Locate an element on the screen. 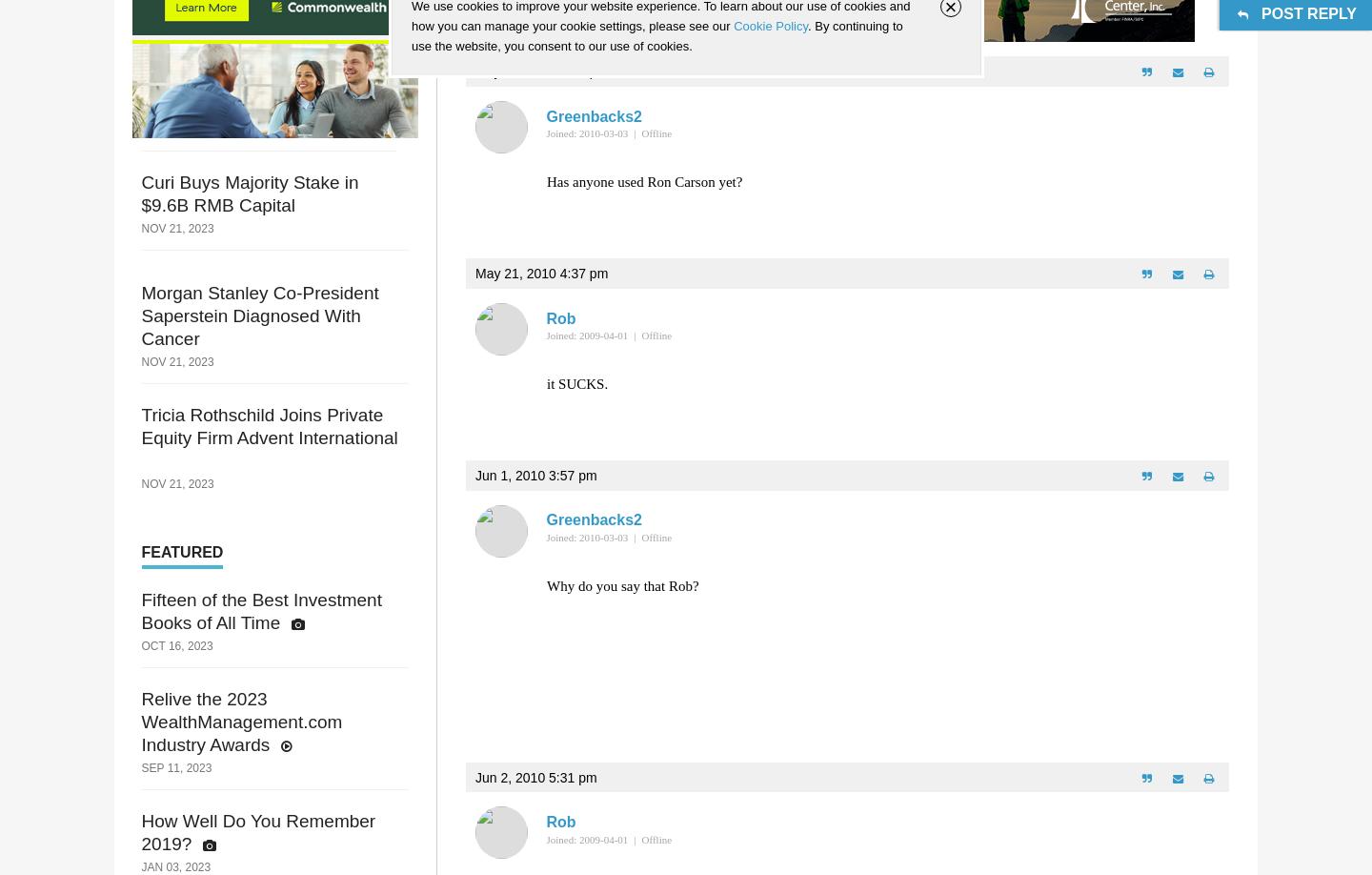 The height and width of the screenshot is (875, 1372). 'Jun 1, 2010 3:57 pm' is located at coordinates (535, 475).